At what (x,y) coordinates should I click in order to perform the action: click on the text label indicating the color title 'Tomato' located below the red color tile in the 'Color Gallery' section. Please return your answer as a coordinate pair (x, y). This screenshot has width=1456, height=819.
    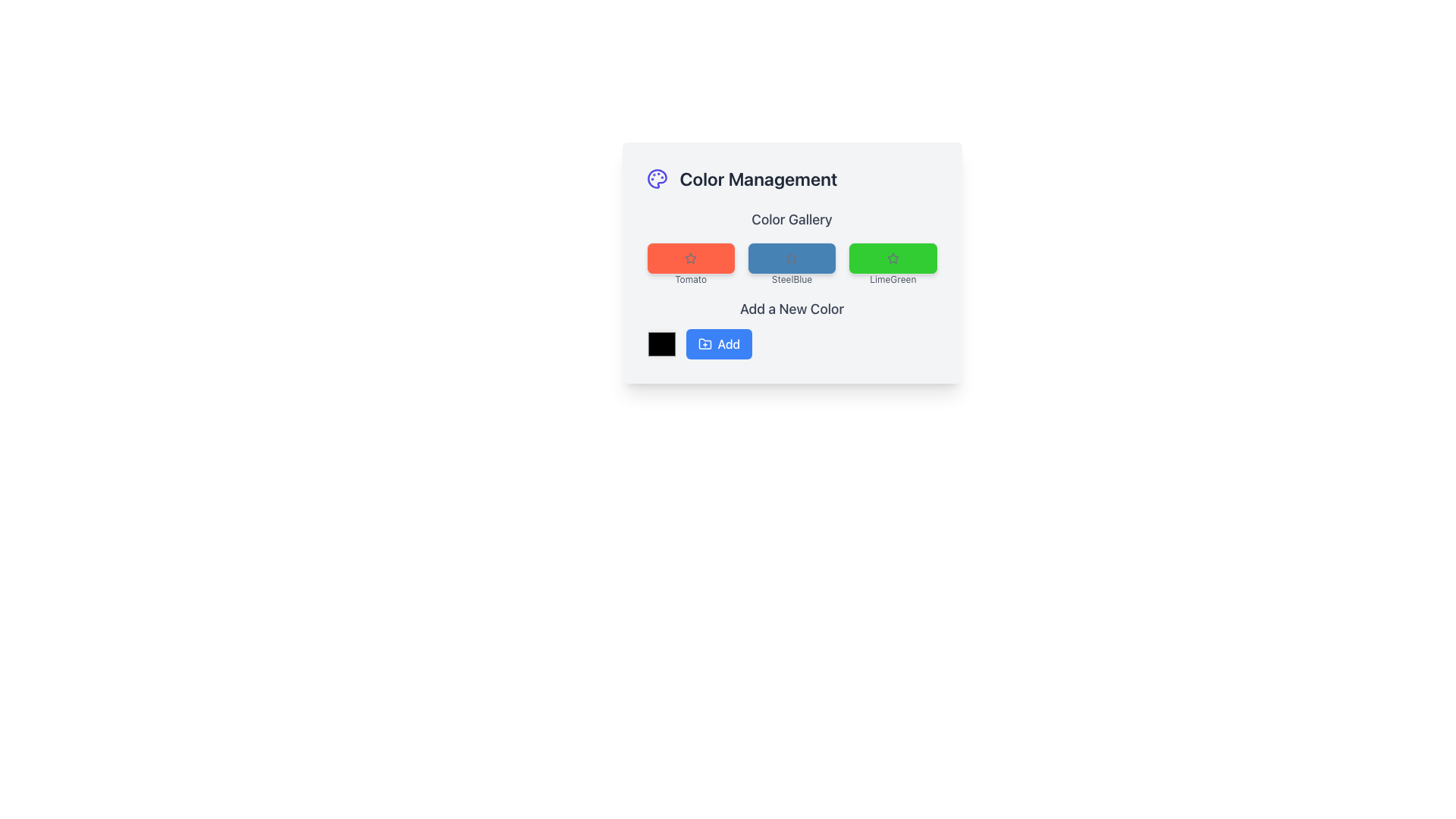
    Looking at the image, I should click on (690, 280).